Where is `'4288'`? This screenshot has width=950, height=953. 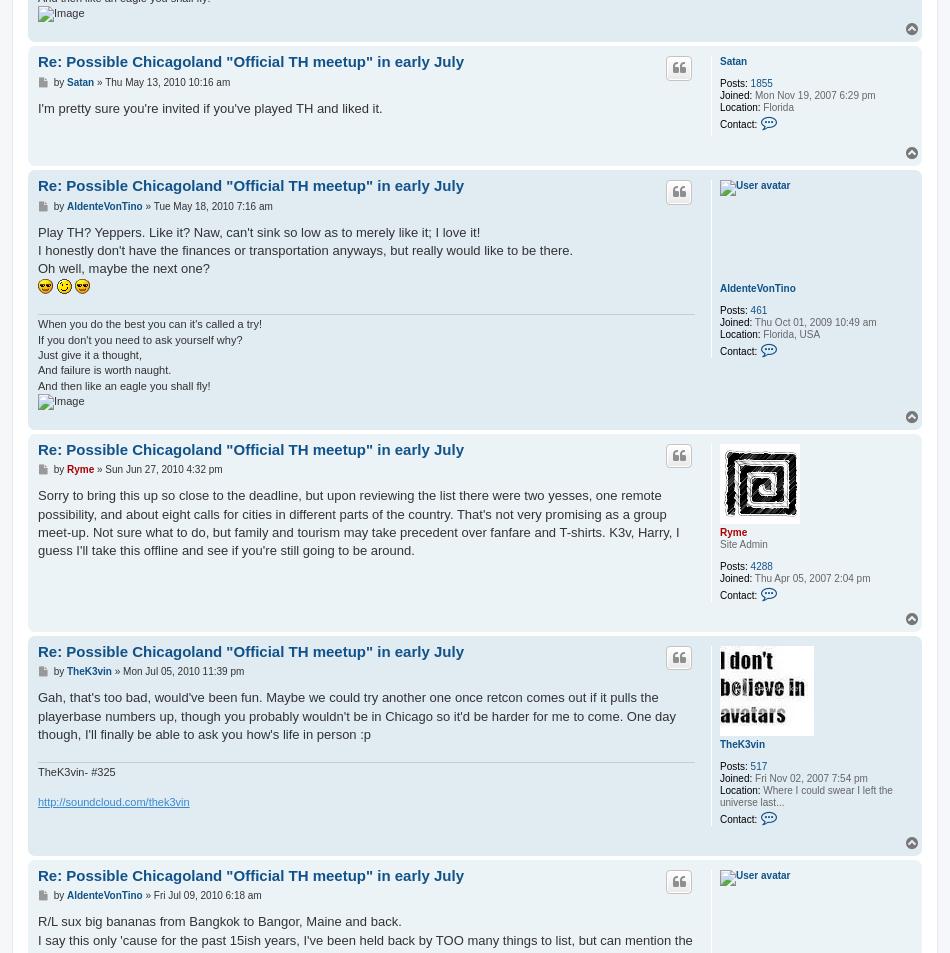 '4288' is located at coordinates (760, 566).